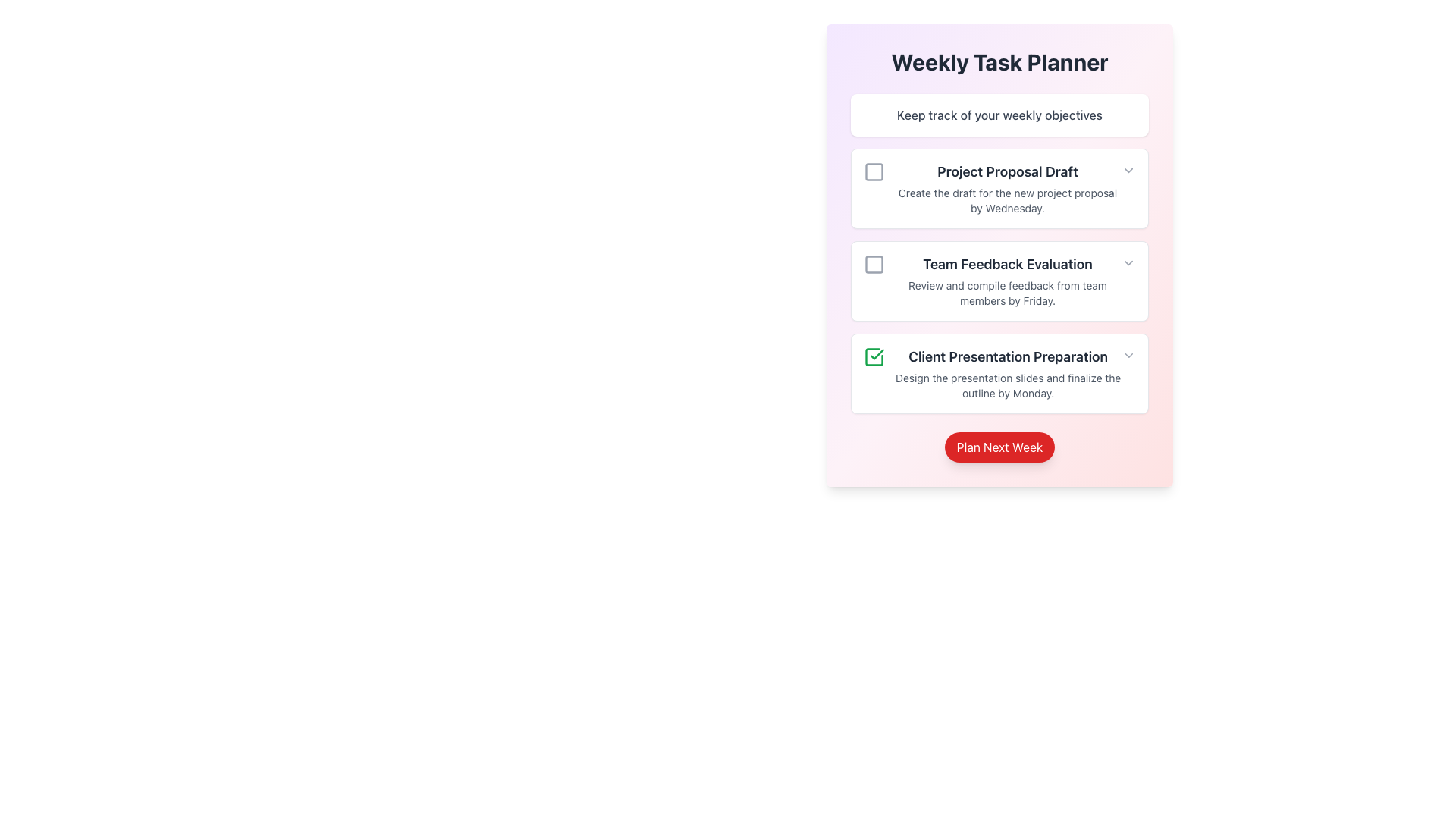 This screenshot has width=1456, height=819. What do you see at coordinates (1128, 262) in the screenshot?
I see `the chevron icon toggle button for the 'Team Feedback Evaluation' task` at bounding box center [1128, 262].